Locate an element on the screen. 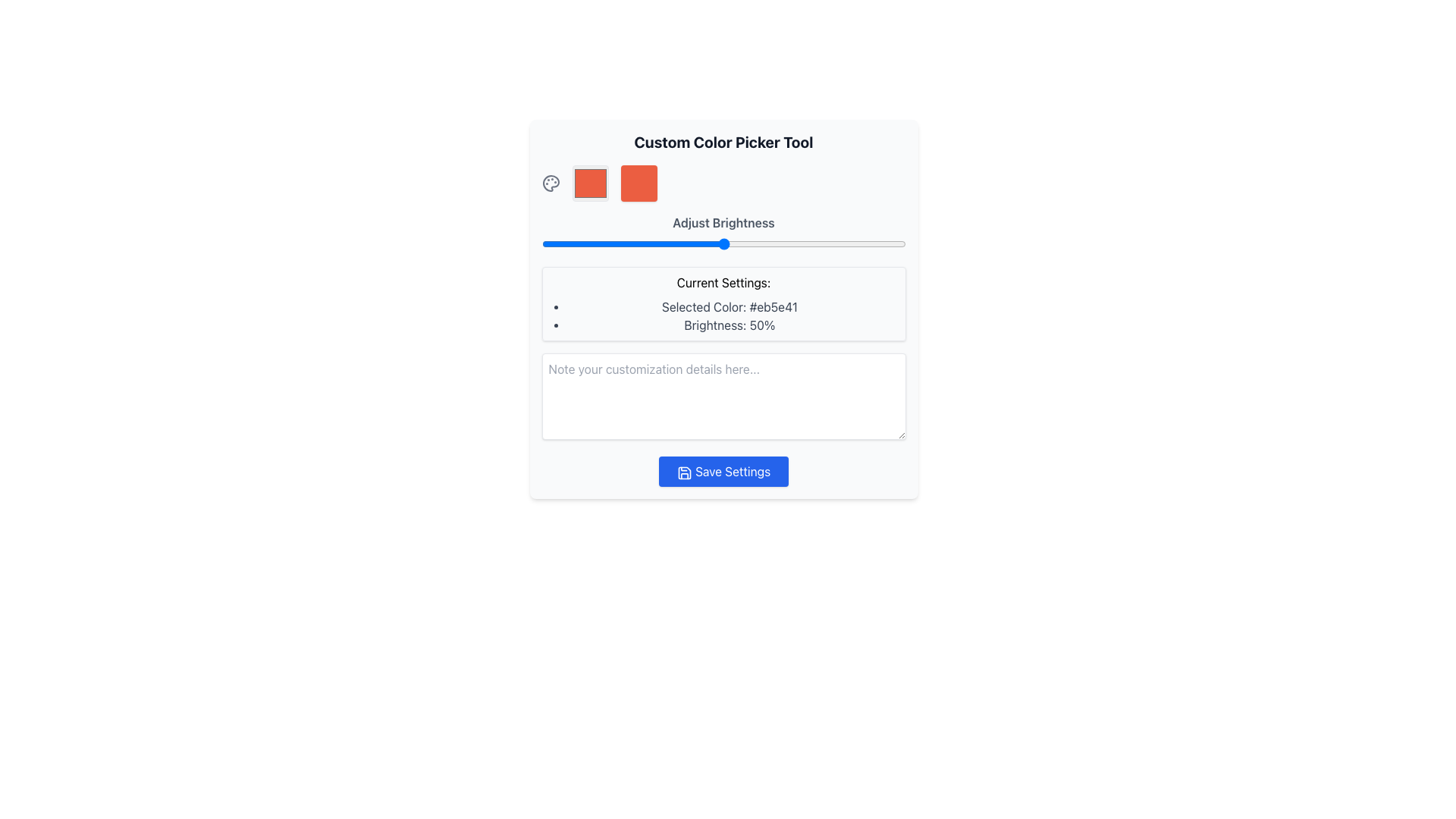 Image resolution: width=1456 pixels, height=819 pixels. brightness is located at coordinates (865, 243).